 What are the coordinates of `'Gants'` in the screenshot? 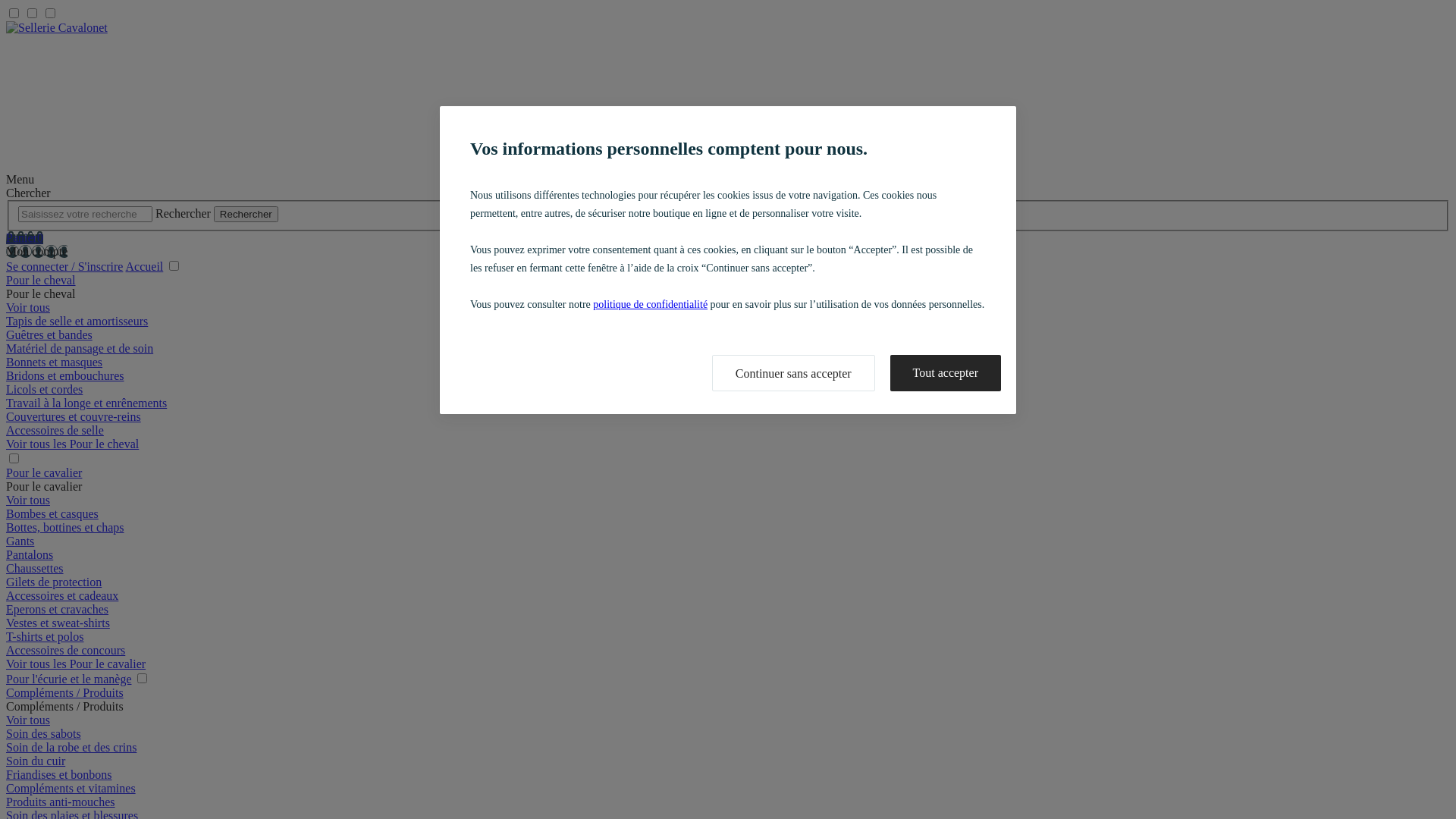 It's located at (6, 540).